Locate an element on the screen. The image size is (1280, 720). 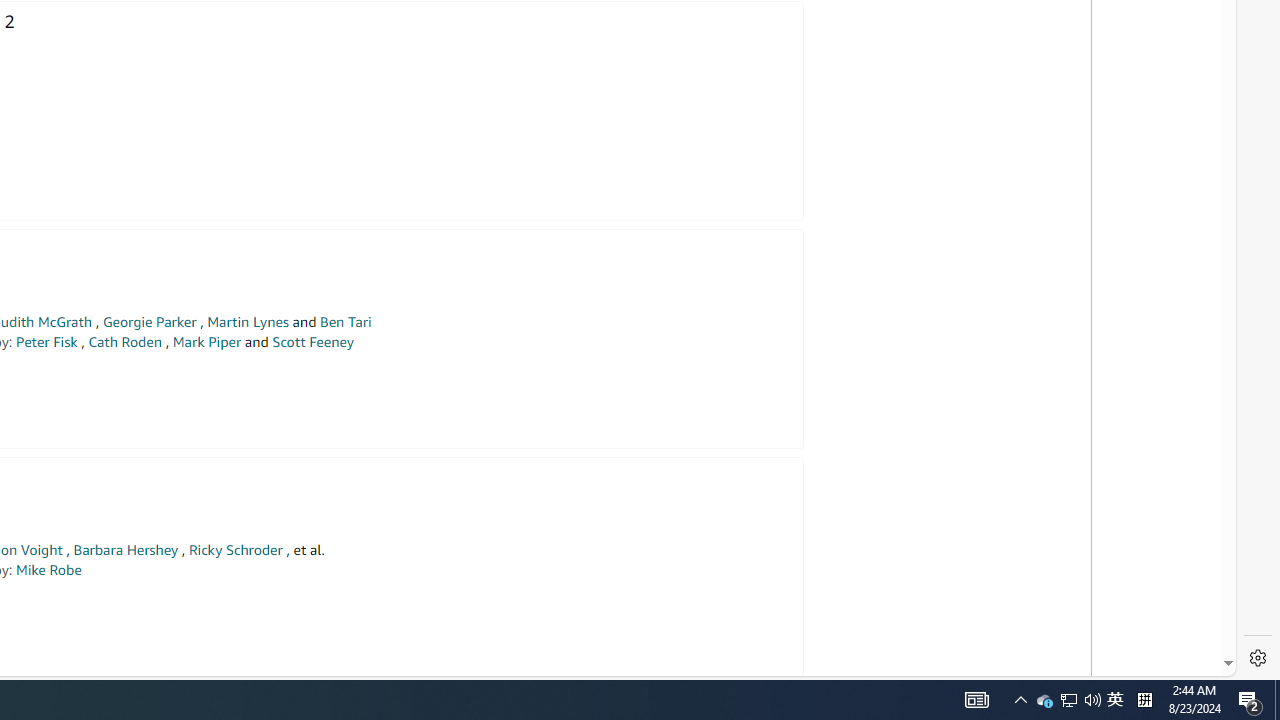
'Ben Tari' is located at coordinates (346, 321).